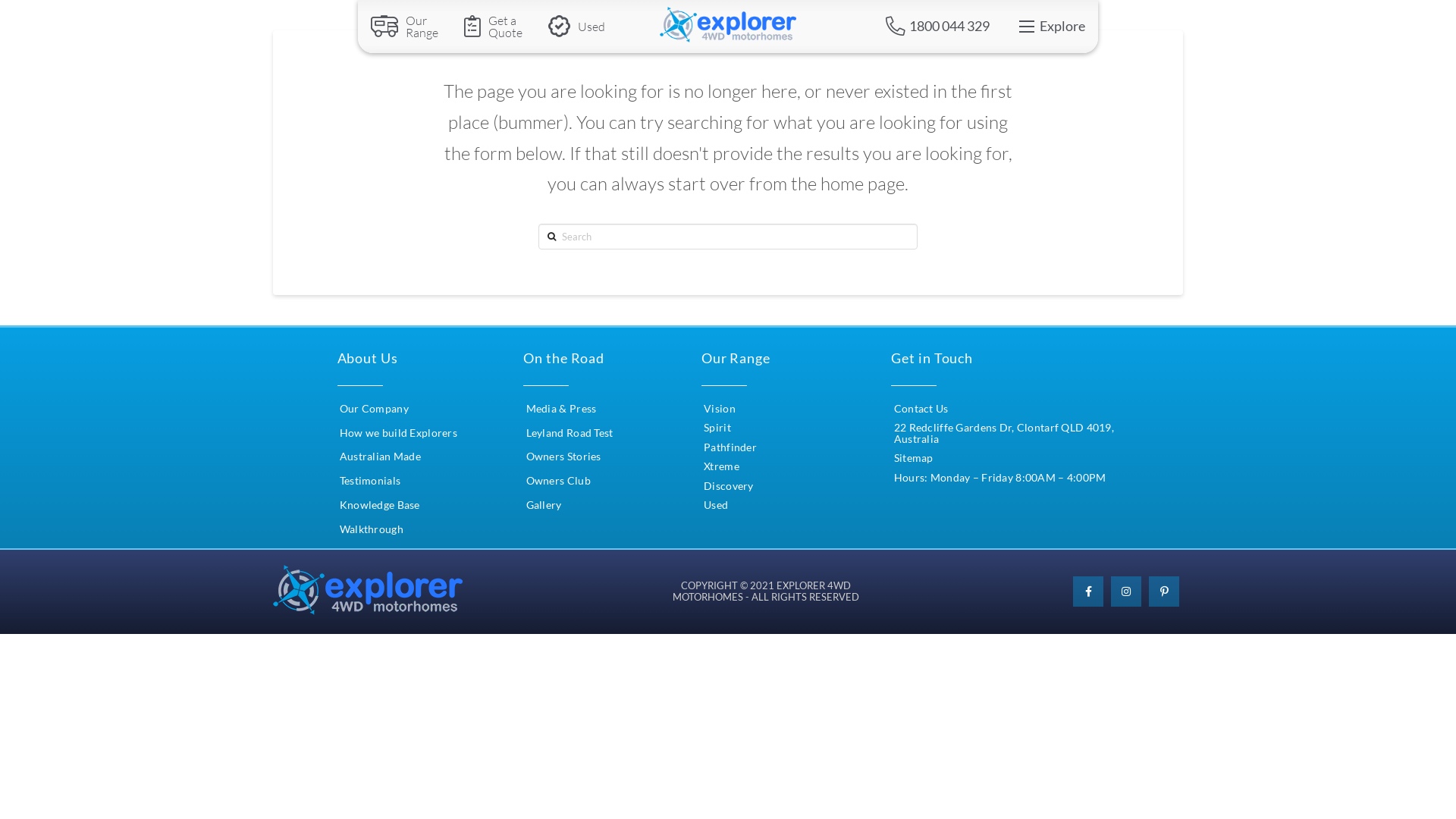 This screenshot has width=1456, height=819. I want to click on 'Media & Press', so click(560, 408).